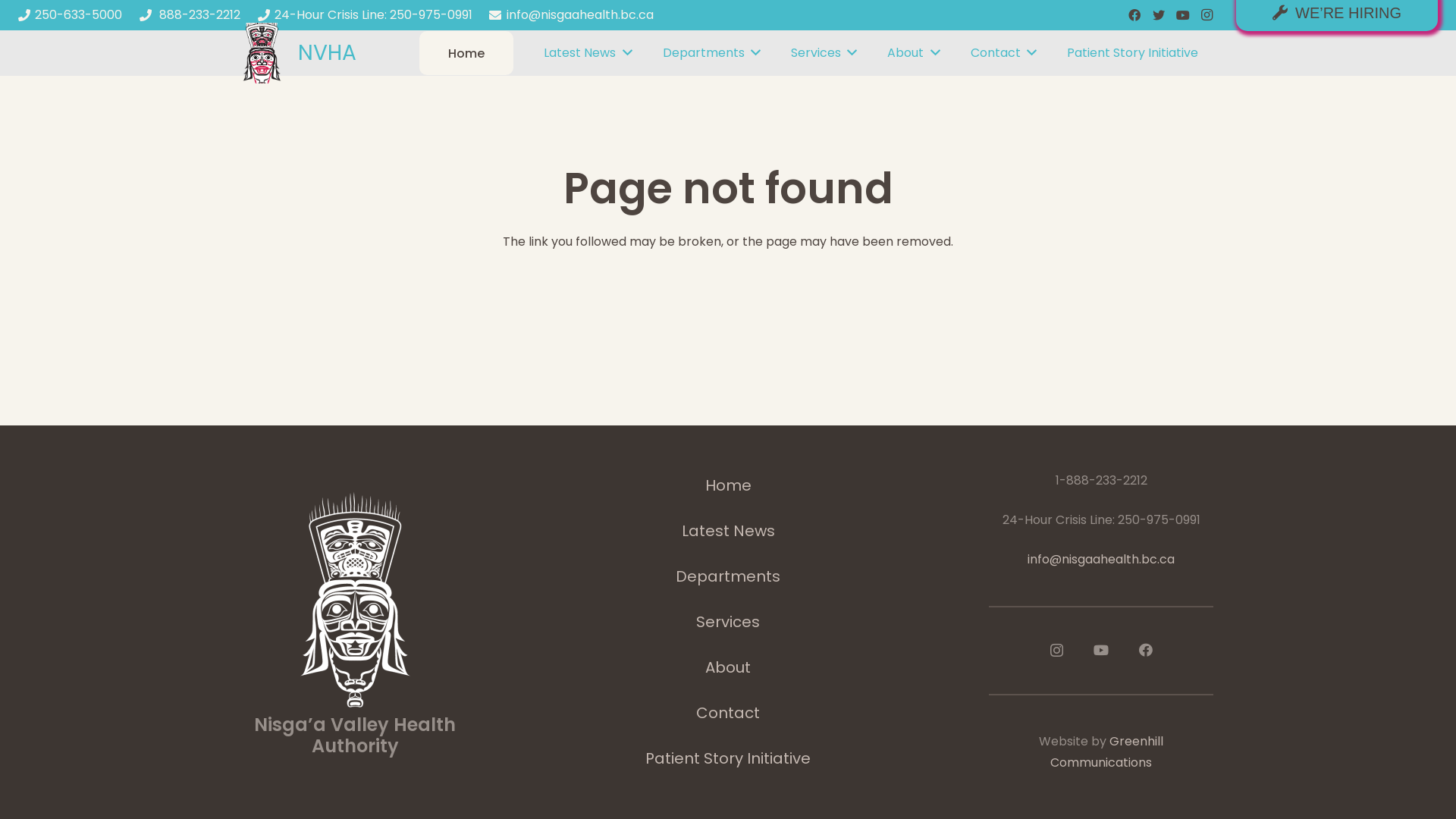 The width and height of the screenshot is (1456, 819). Describe the element at coordinates (1050, 752) in the screenshot. I see `'Greenhill Communications'` at that location.